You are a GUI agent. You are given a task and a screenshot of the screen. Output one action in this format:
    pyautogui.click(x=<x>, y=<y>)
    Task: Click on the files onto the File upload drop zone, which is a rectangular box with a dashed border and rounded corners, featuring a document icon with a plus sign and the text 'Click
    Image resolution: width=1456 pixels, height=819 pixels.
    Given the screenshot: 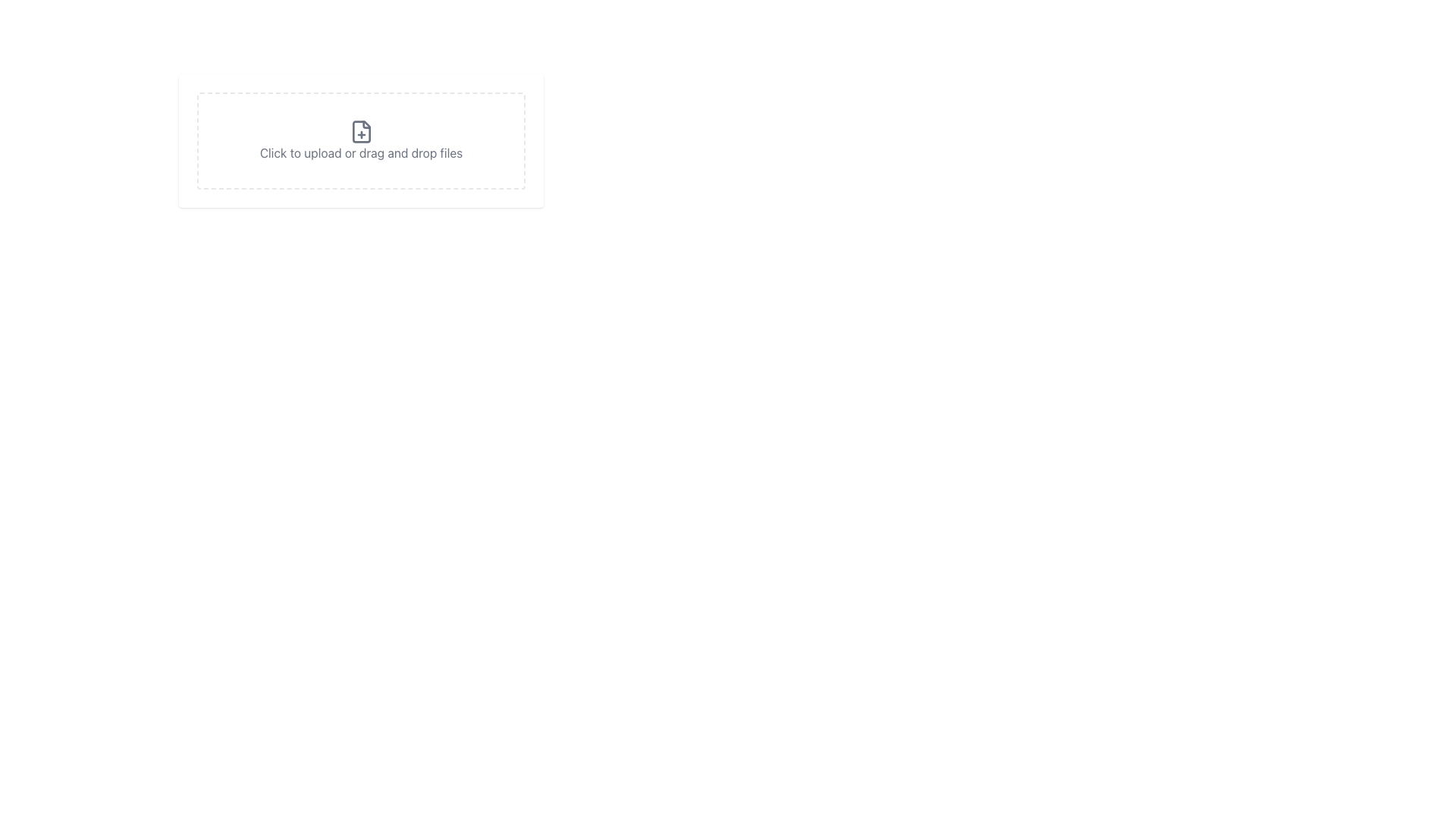 What is the action you would take?
    pyautogui.click(x=360, y=140)
    